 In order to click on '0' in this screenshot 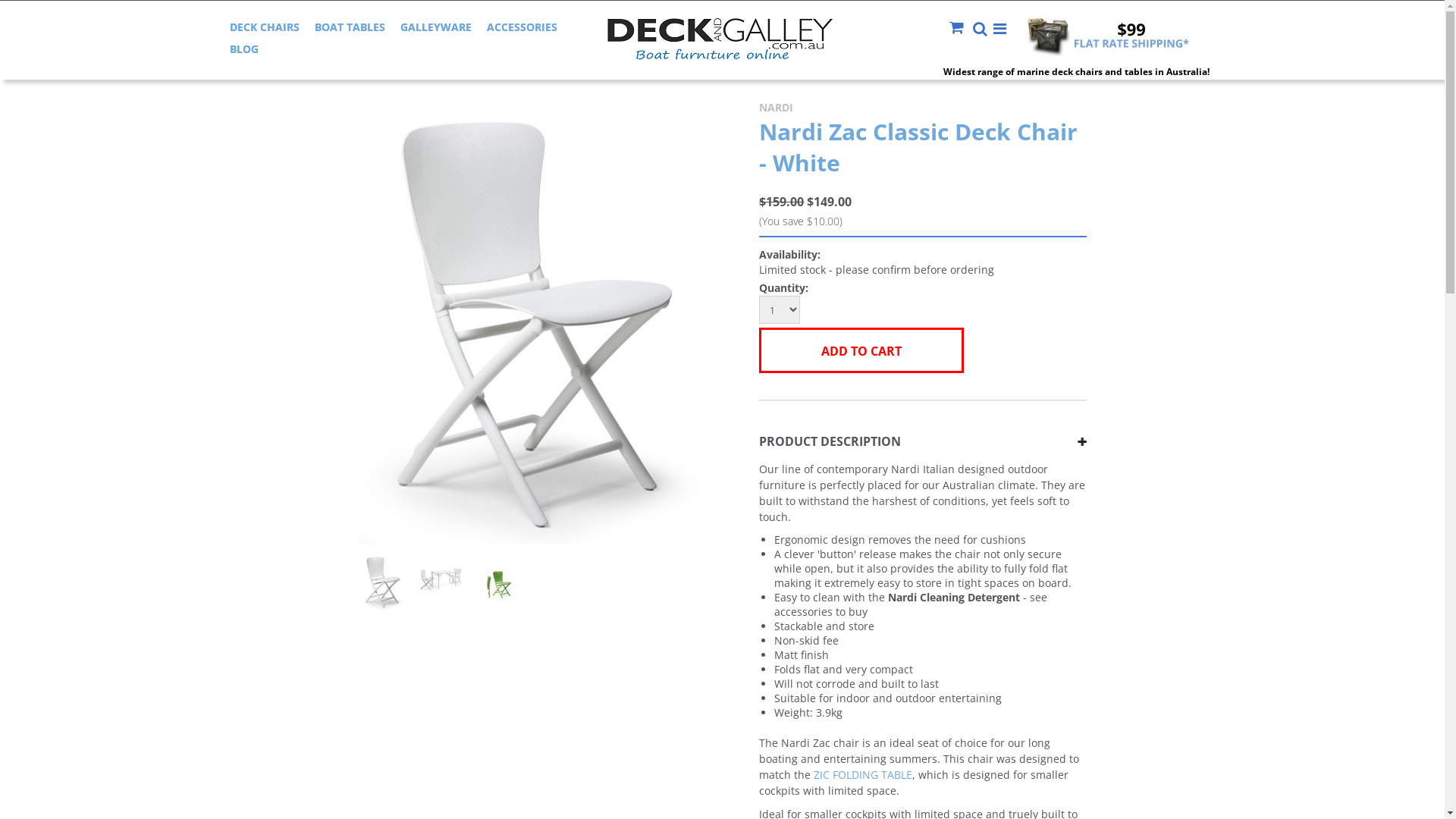, I will do `click(439, 585)`.